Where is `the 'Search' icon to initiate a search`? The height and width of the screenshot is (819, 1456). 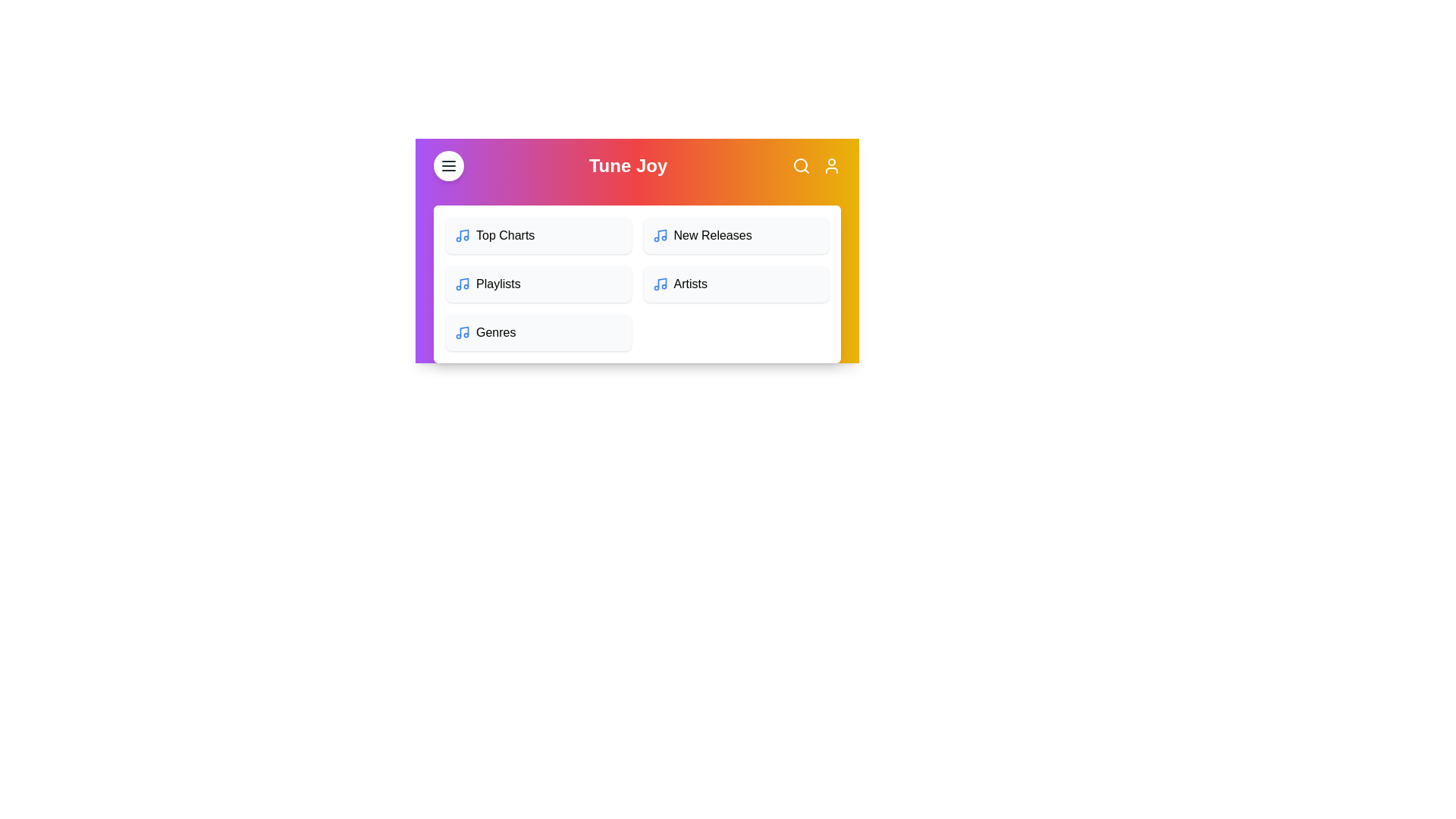 the 'Search' icon to initiate a search is located at coordinates (800, 166).